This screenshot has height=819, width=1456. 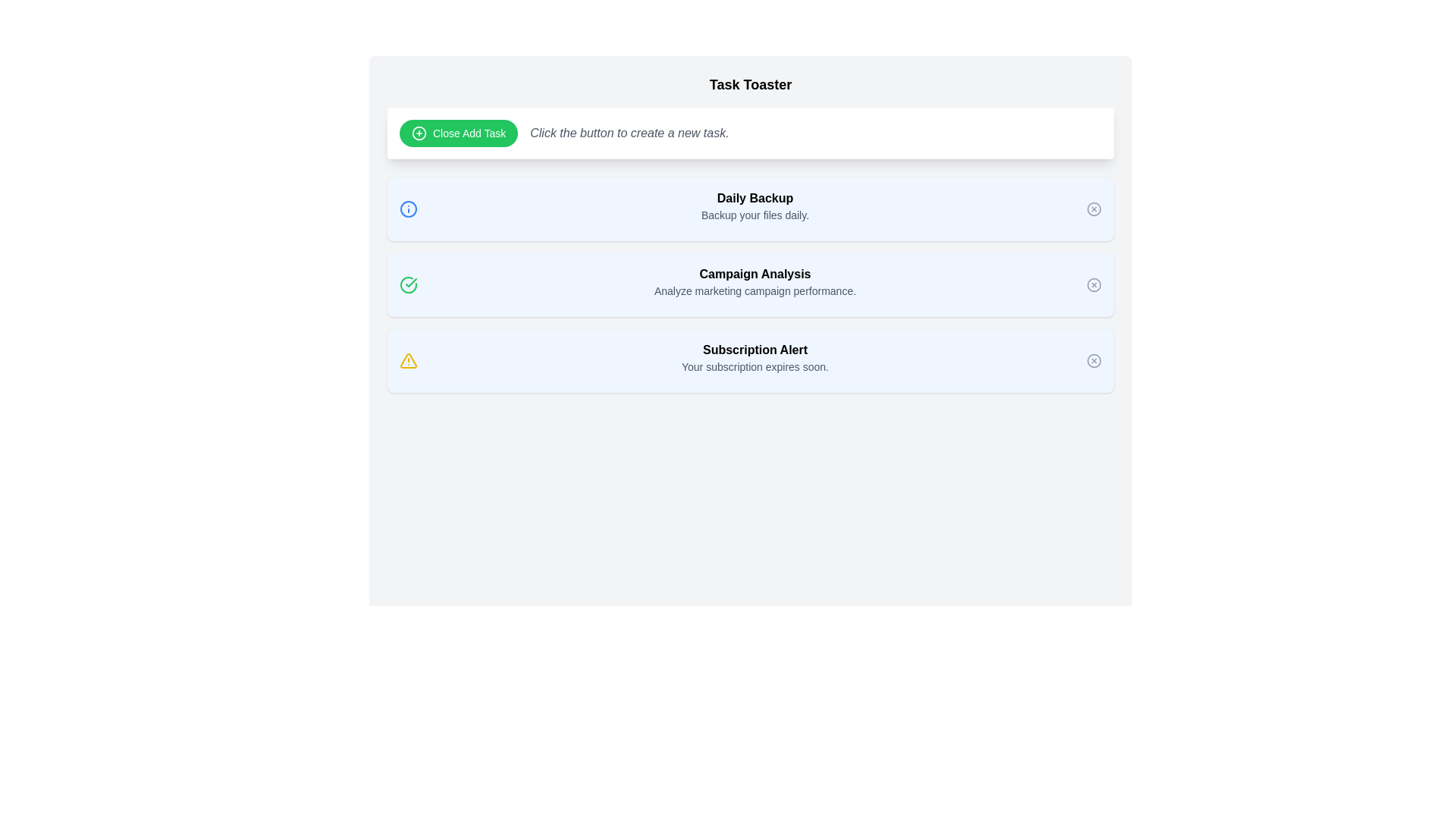 What do you see at coordinates (408, 209) in the screenshot?
I see `the leading icon of the notification box that indicates 'Daily Backup', which serves as a visual cue for information or assistance` at bounding box center [408, 209].